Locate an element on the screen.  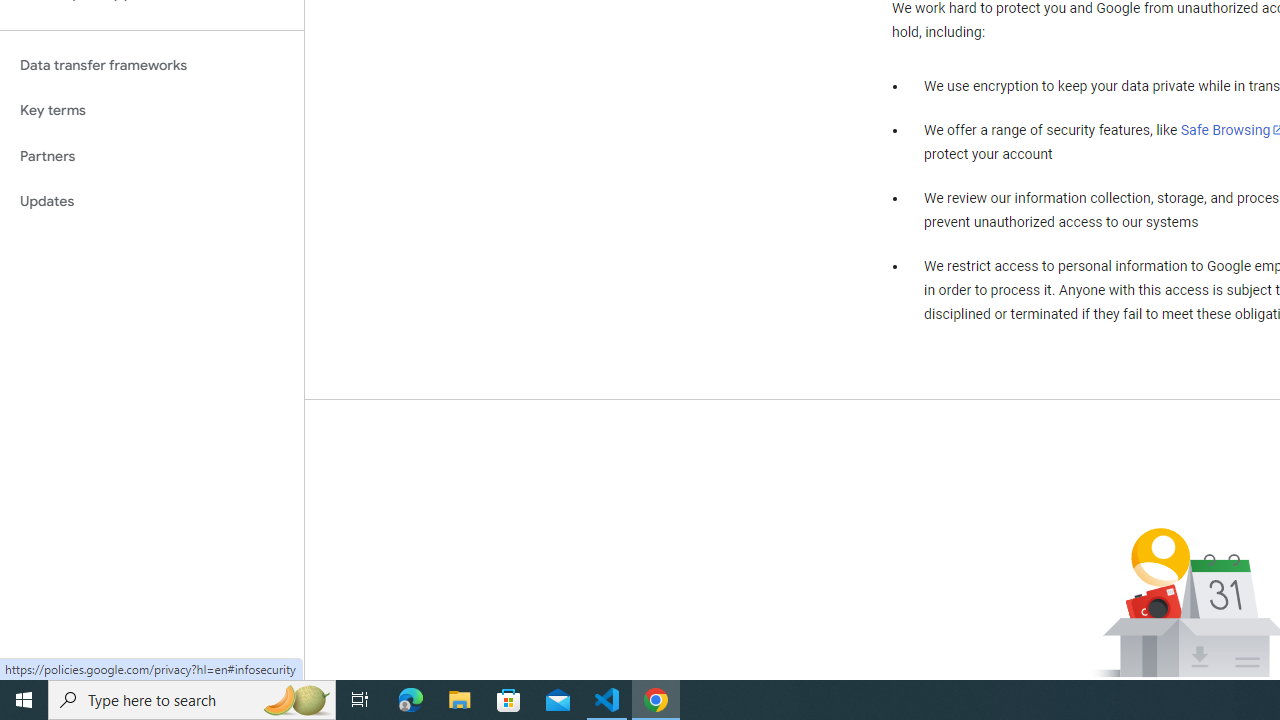
'Partners' is located at coordinates (151, 155).